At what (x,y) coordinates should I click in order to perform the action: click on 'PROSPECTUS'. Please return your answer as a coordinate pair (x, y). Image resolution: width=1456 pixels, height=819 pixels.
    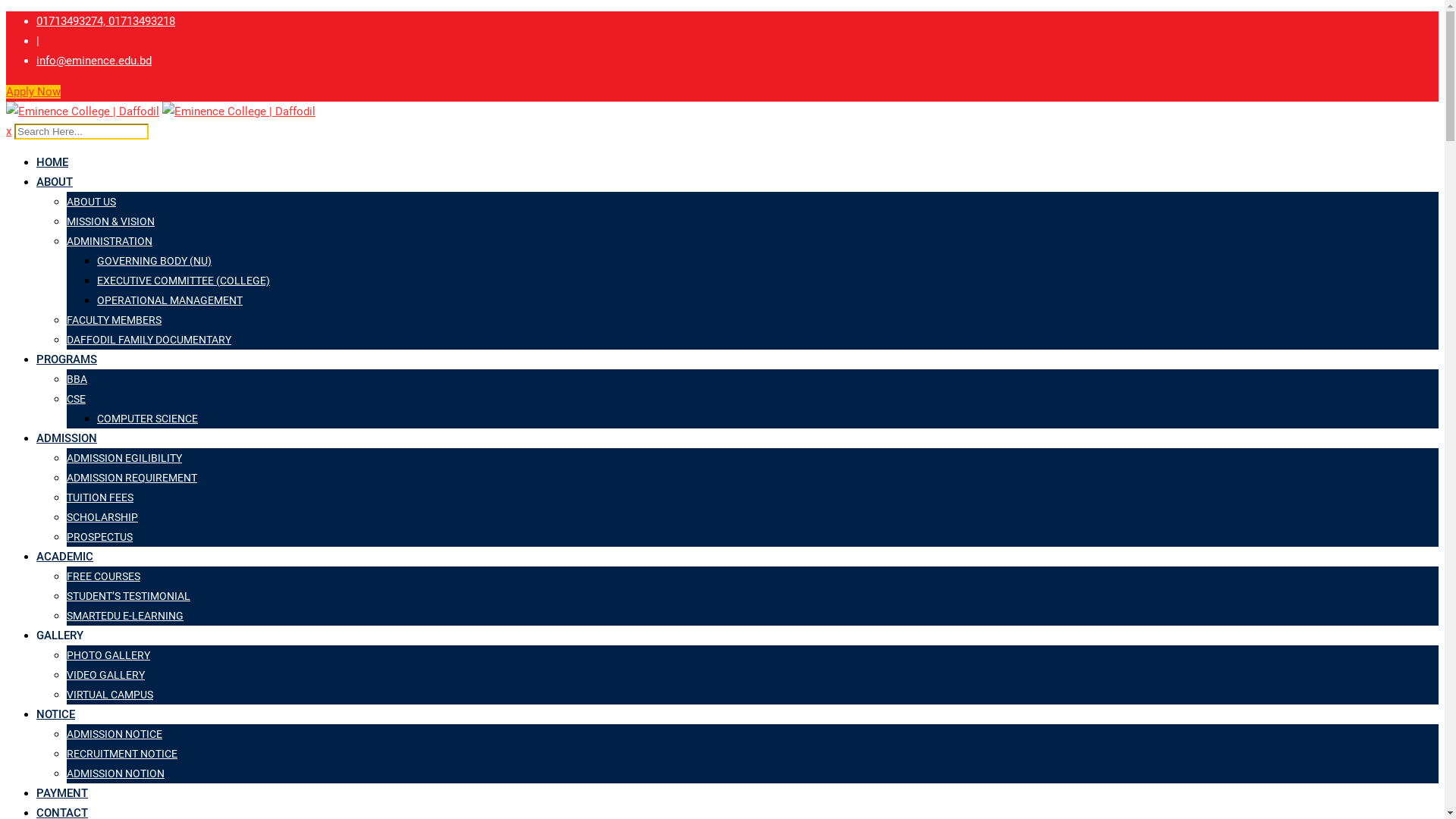
    Looking at the image, I should click on (99, 536).